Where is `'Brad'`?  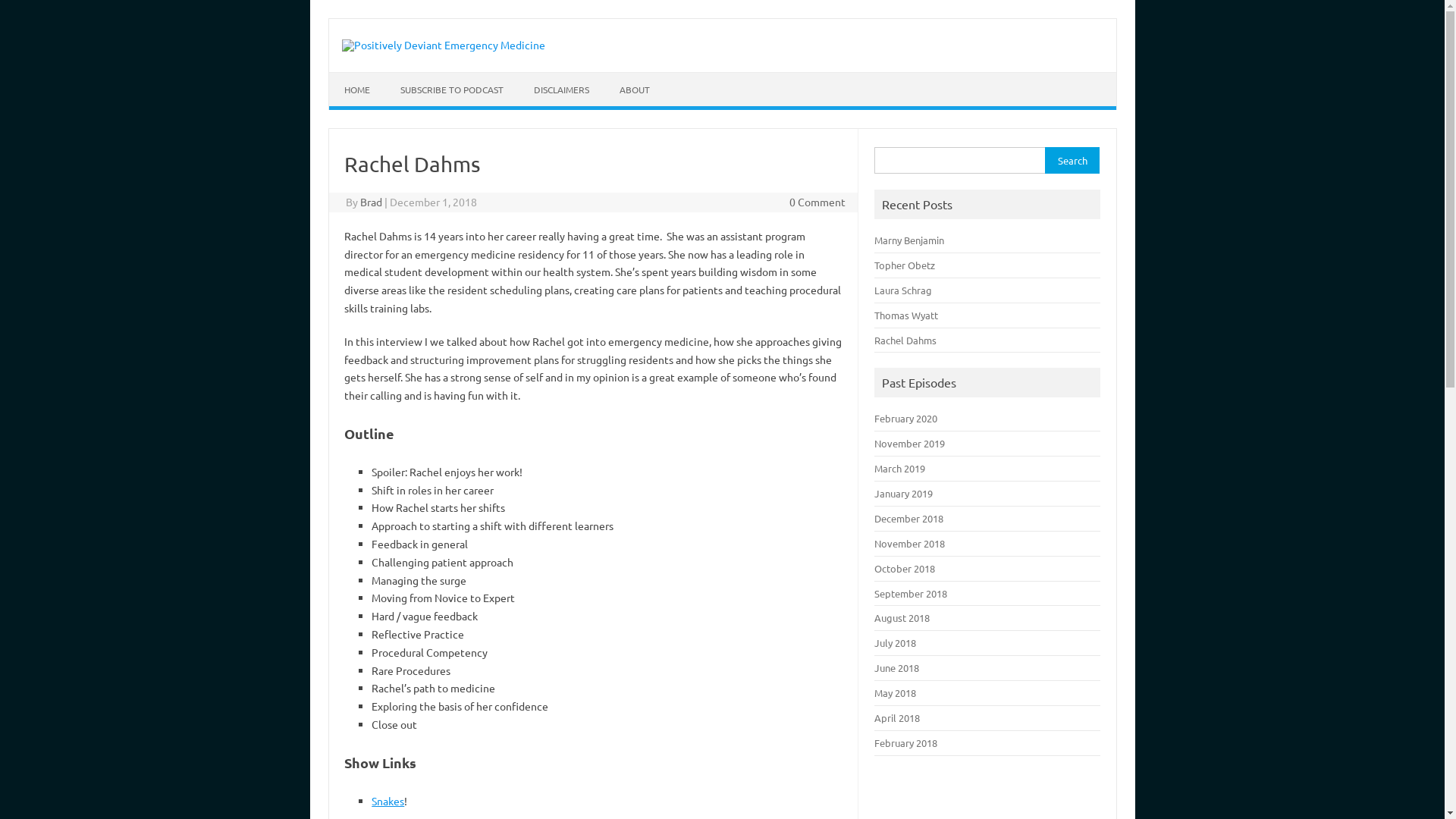 'Brad' is located at coordinates (371, 201).